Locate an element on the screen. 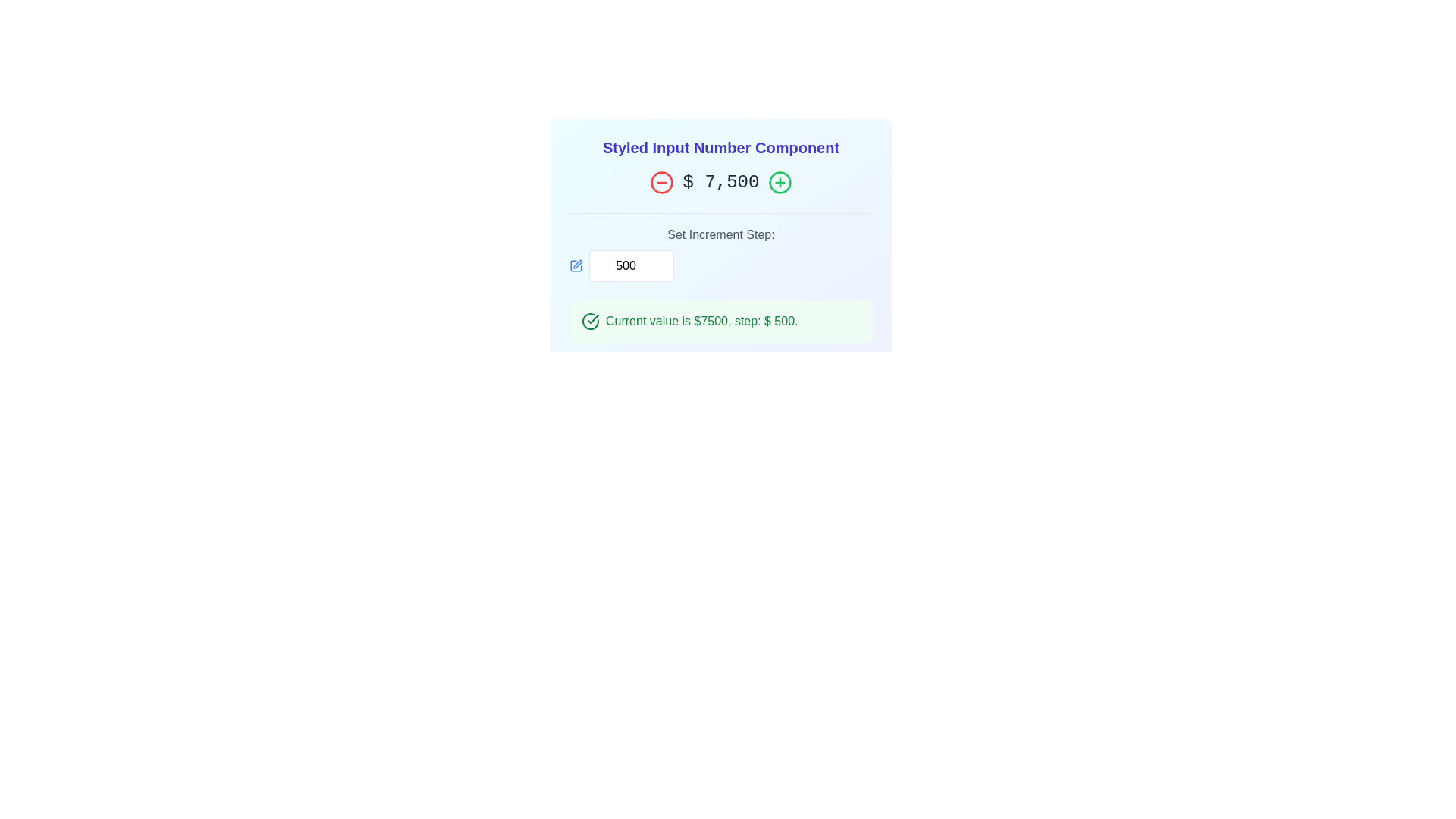 The height and width of the screenshot is (819, 1456). the icon representing an editable state or tool that is part of an SVG group near the input box for setting the increment step, to perform an action on the nearby input if the icon is actionable is located at coordinates (575, 265).